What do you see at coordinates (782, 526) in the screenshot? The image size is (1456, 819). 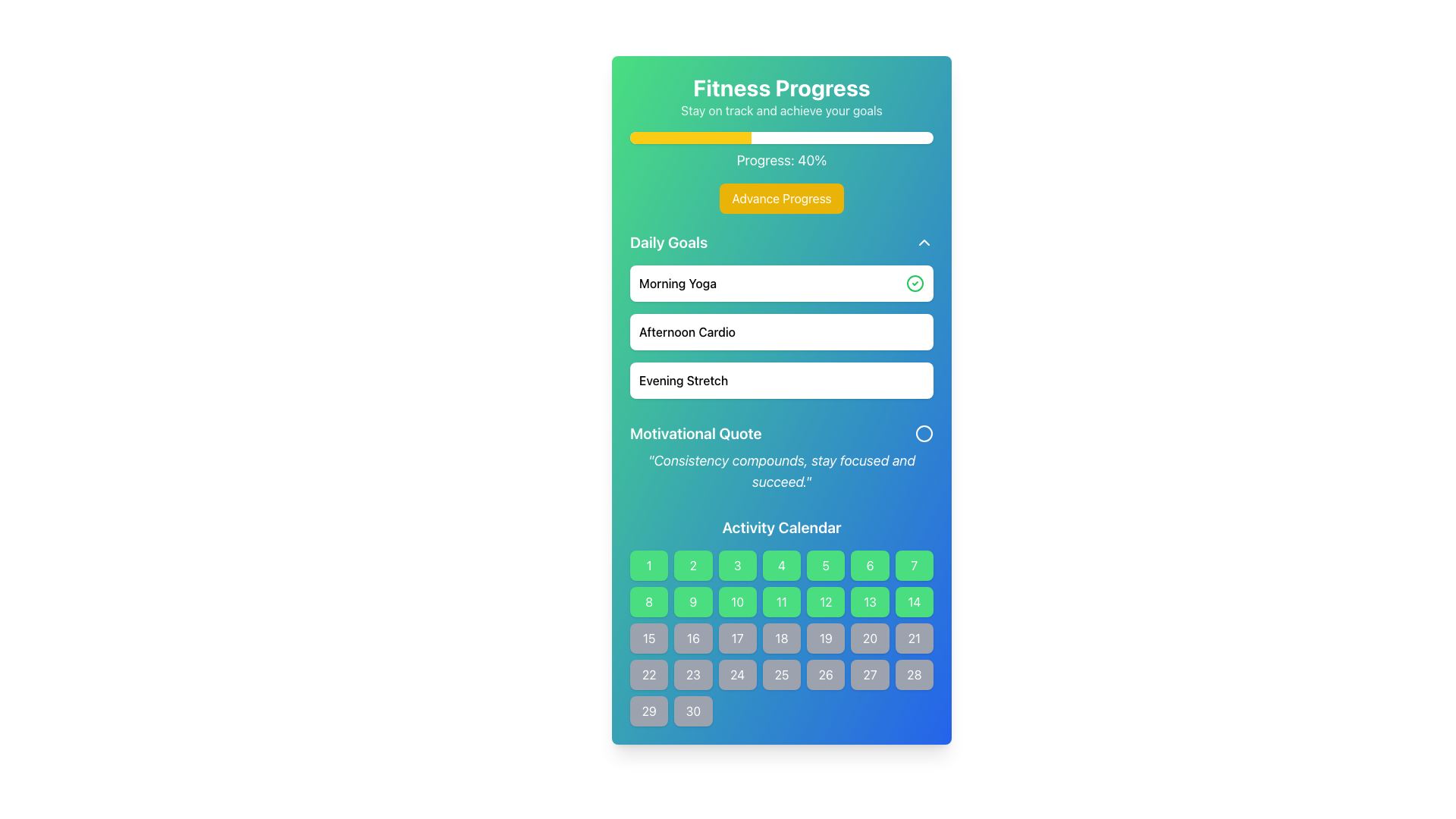 I see `the text label 'Activity Calendar' which is a bold, large font heading centered above the calendar section` at bounding box center [782, 526].